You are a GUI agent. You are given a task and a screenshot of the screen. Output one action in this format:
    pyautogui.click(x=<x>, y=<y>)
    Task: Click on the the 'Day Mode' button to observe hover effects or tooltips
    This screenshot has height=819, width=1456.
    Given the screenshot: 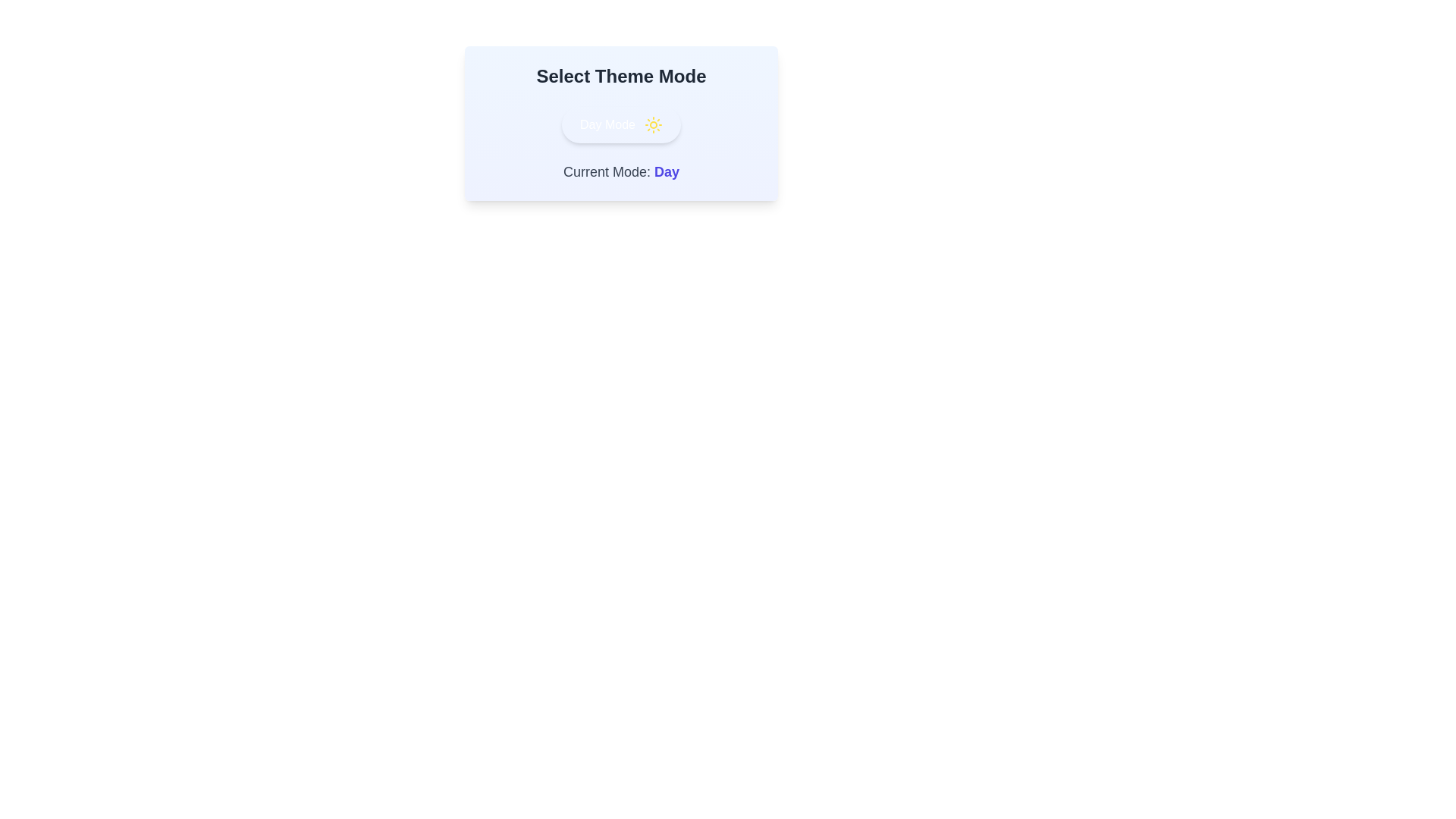 What is the action you would take?
    pyautogui.click(x=621, y=124)
    